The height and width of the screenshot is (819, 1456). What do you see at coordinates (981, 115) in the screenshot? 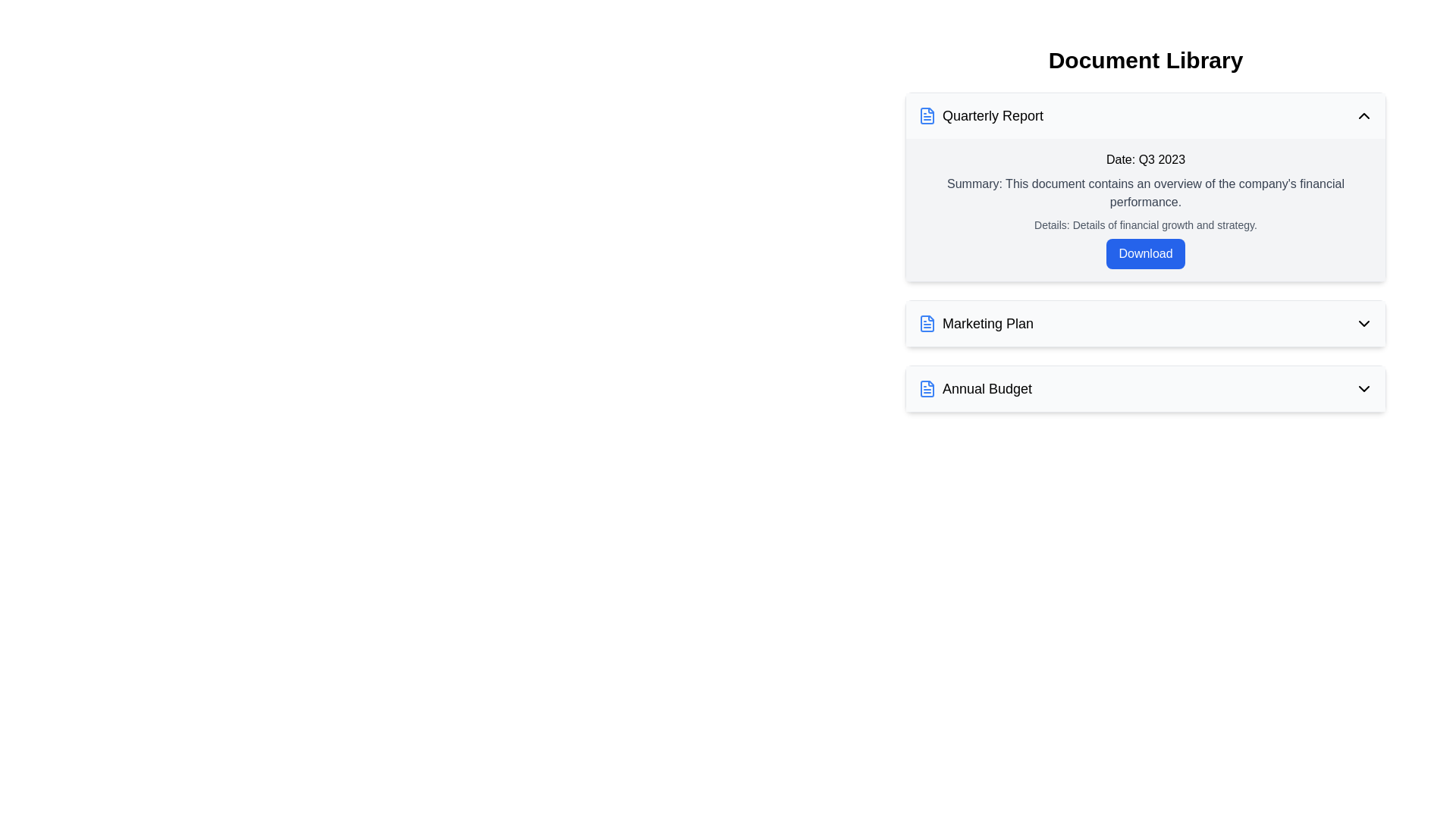
I see `the 'Quarterly Report' header element, which features a bold text and a document icon` at bounding box center [981, 115].